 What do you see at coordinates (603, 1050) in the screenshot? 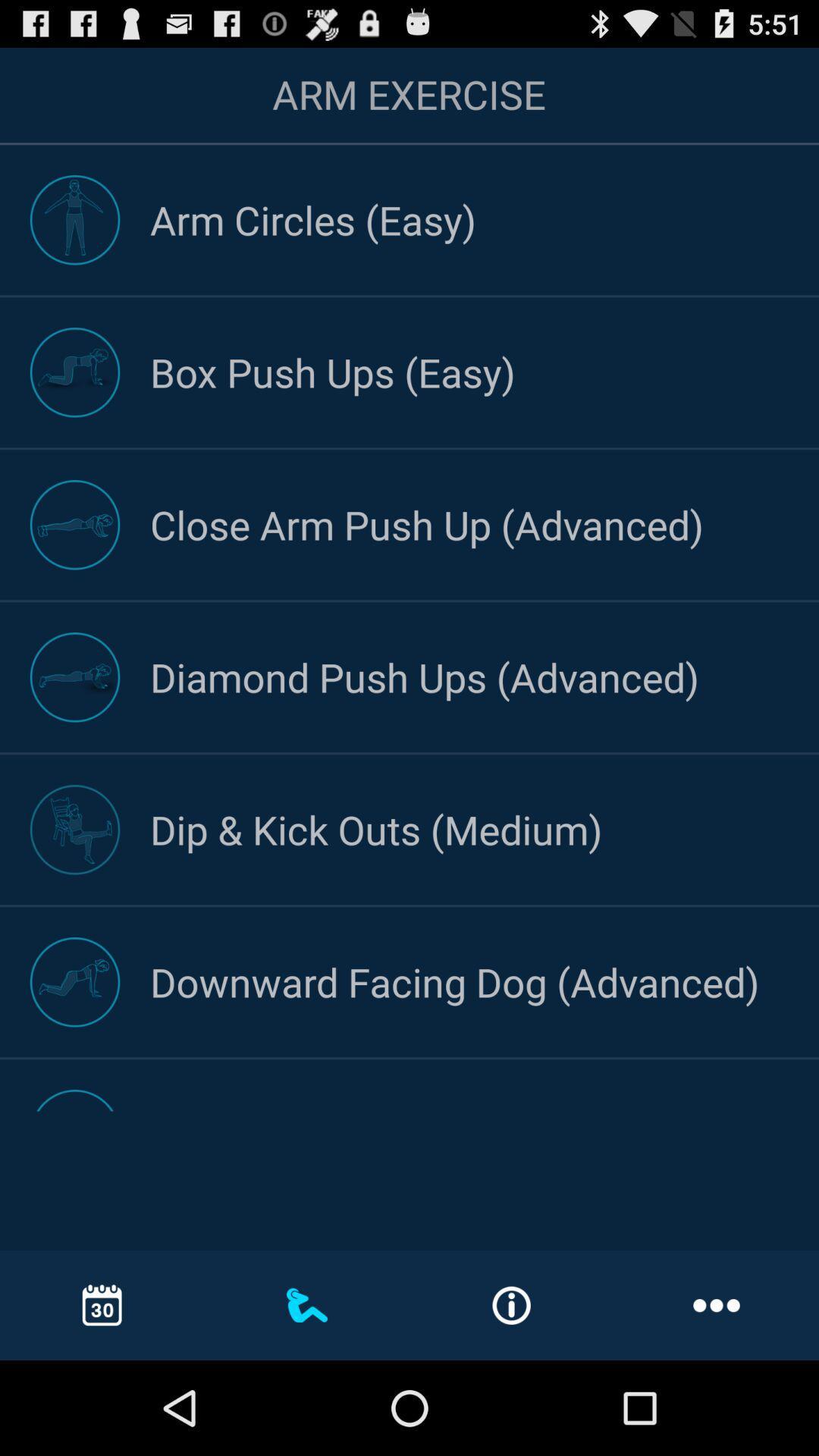
I see `the font icon` at bounding box center [603, 1050].